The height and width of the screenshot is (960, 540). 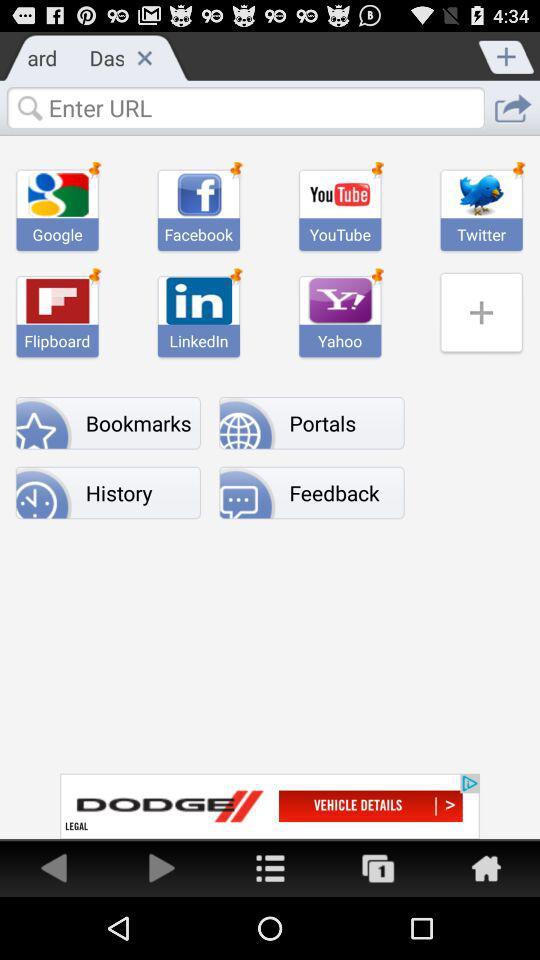 What do you see at coordinates (143, 56) in the screenshot?
I see `this tab` at bounding box center [143, 56].